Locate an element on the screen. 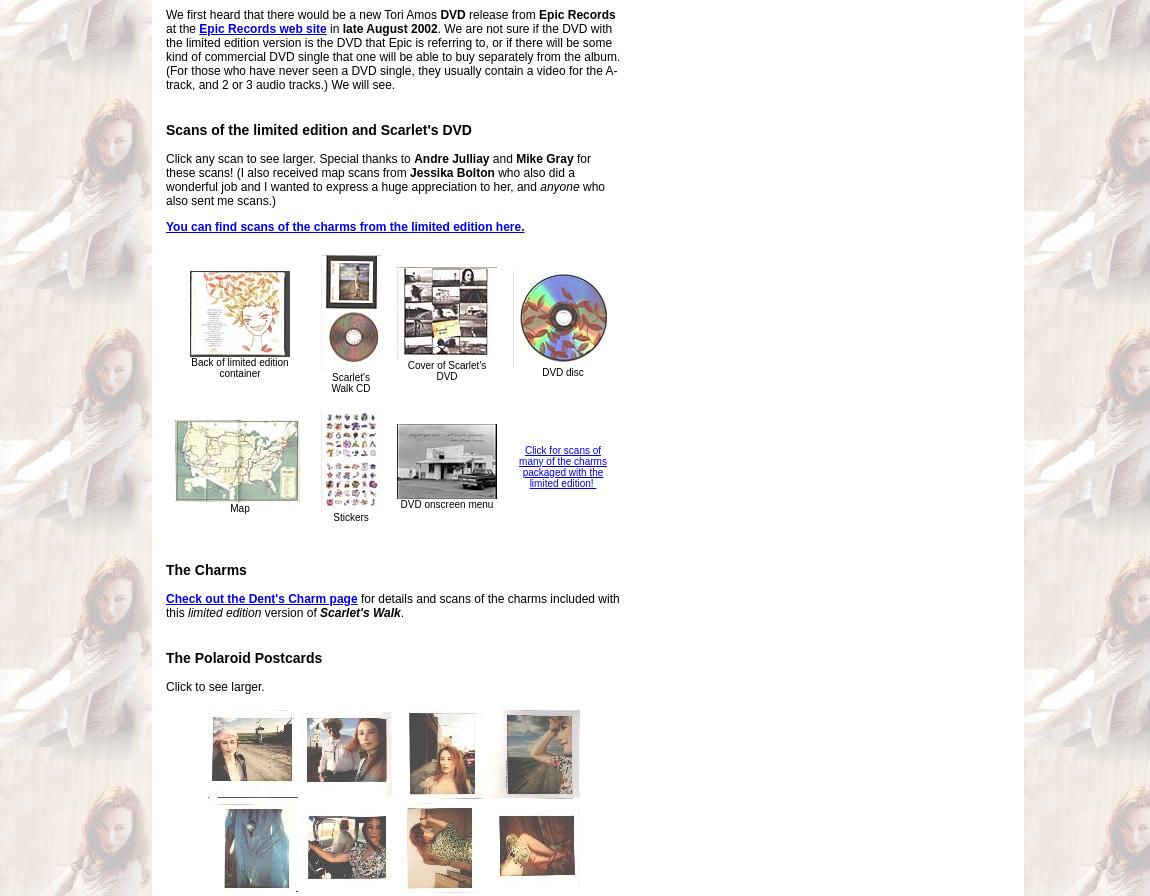  'Andre Julliay' is located at coordinates (451, 159).